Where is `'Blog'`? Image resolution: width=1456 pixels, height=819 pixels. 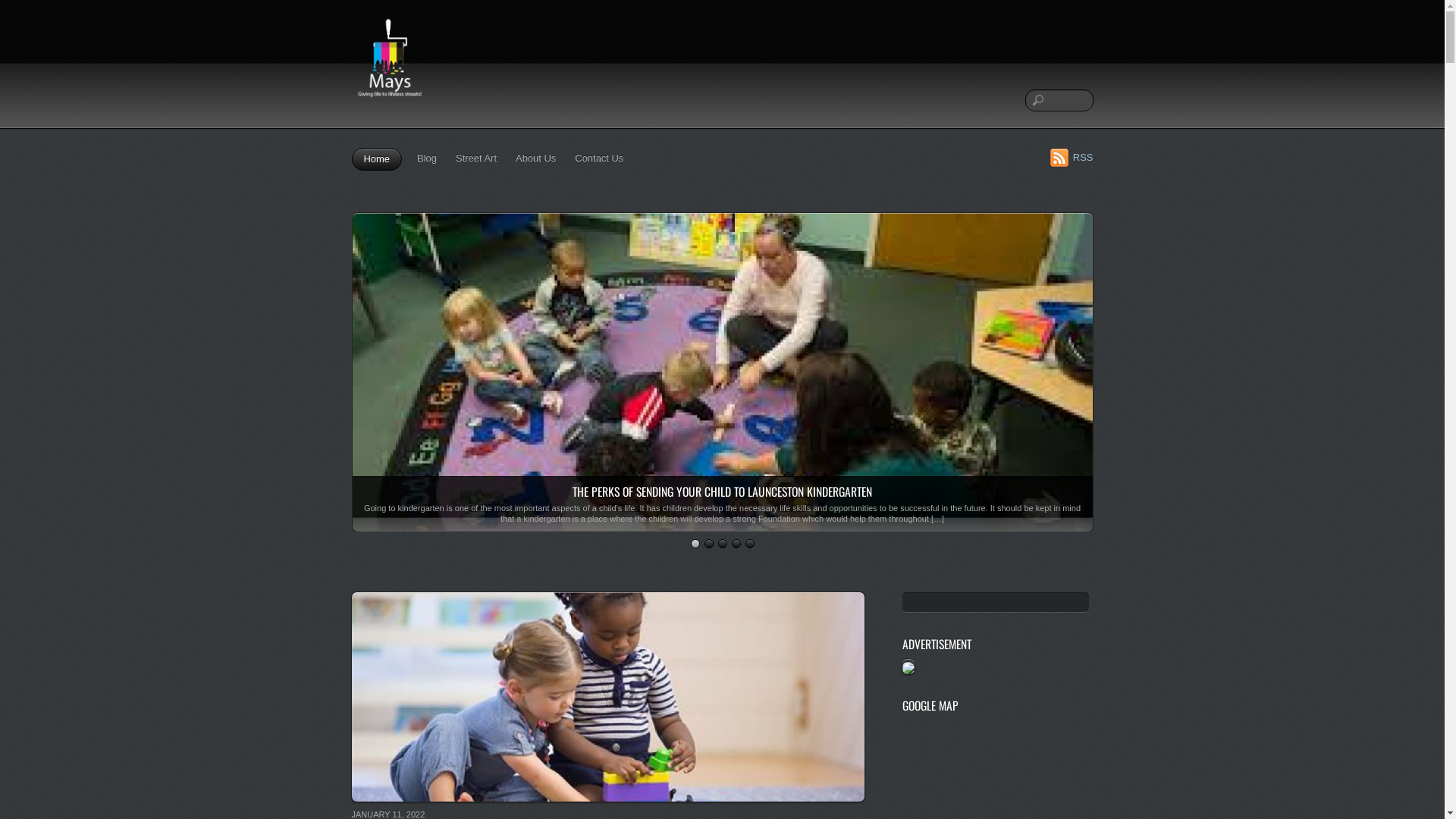
'Blog' is located at coordinates (413, 158).